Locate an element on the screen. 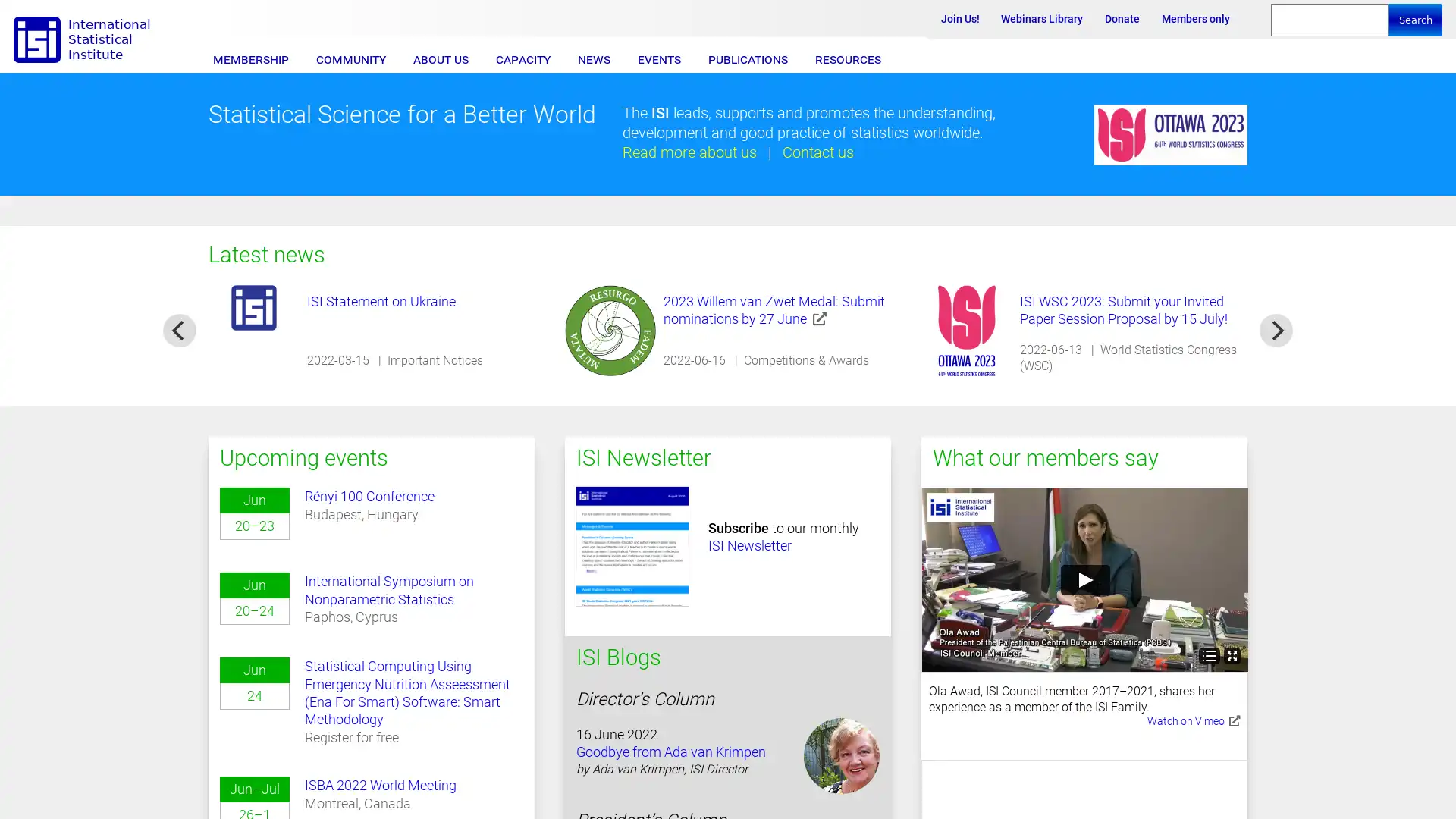 The width and height of the screenshot is (1456, 819). next is located at coordinates (1276, 329).